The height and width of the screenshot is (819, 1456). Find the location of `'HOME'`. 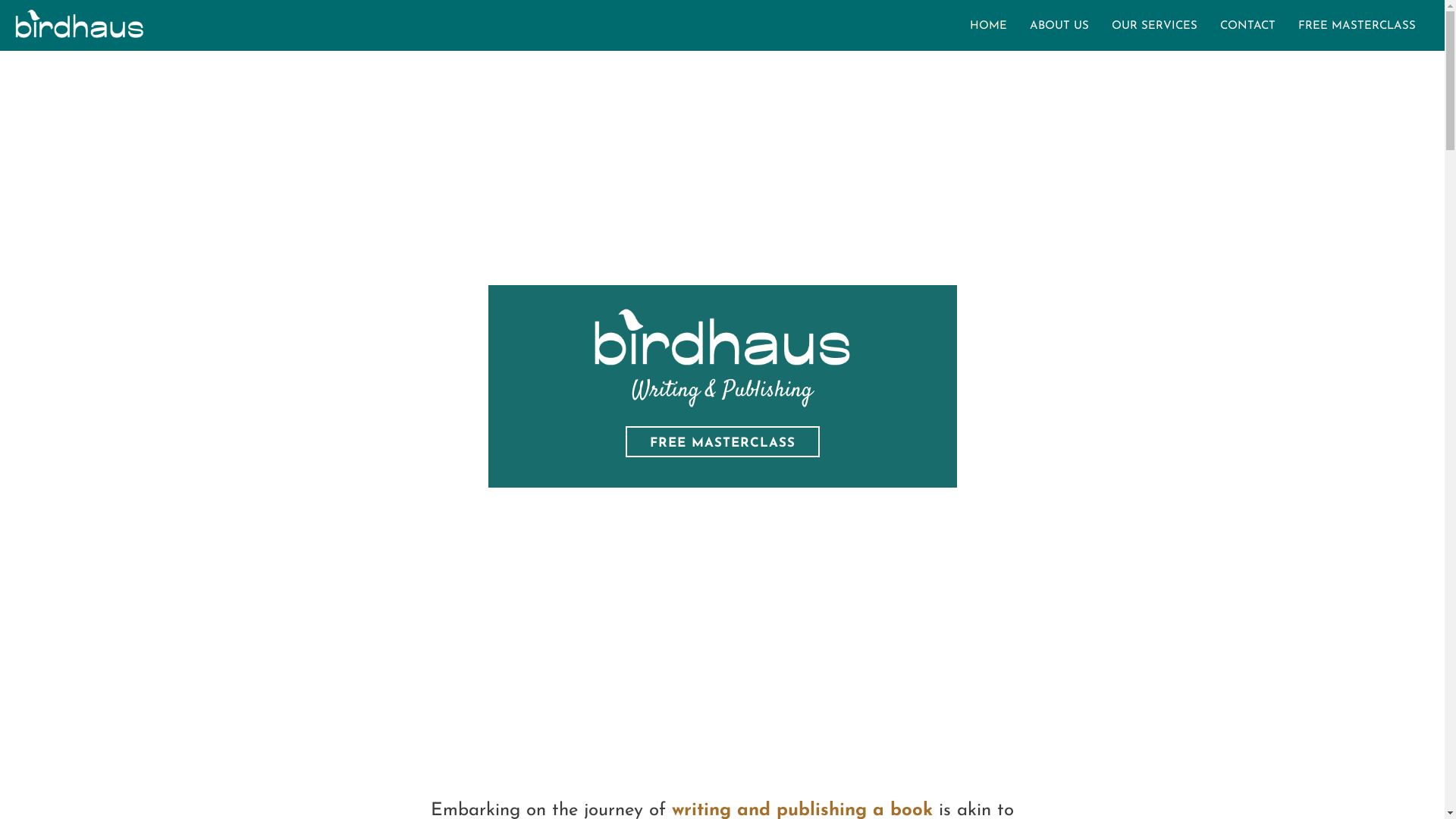

'HOME' is located at coordinates (988, 26).